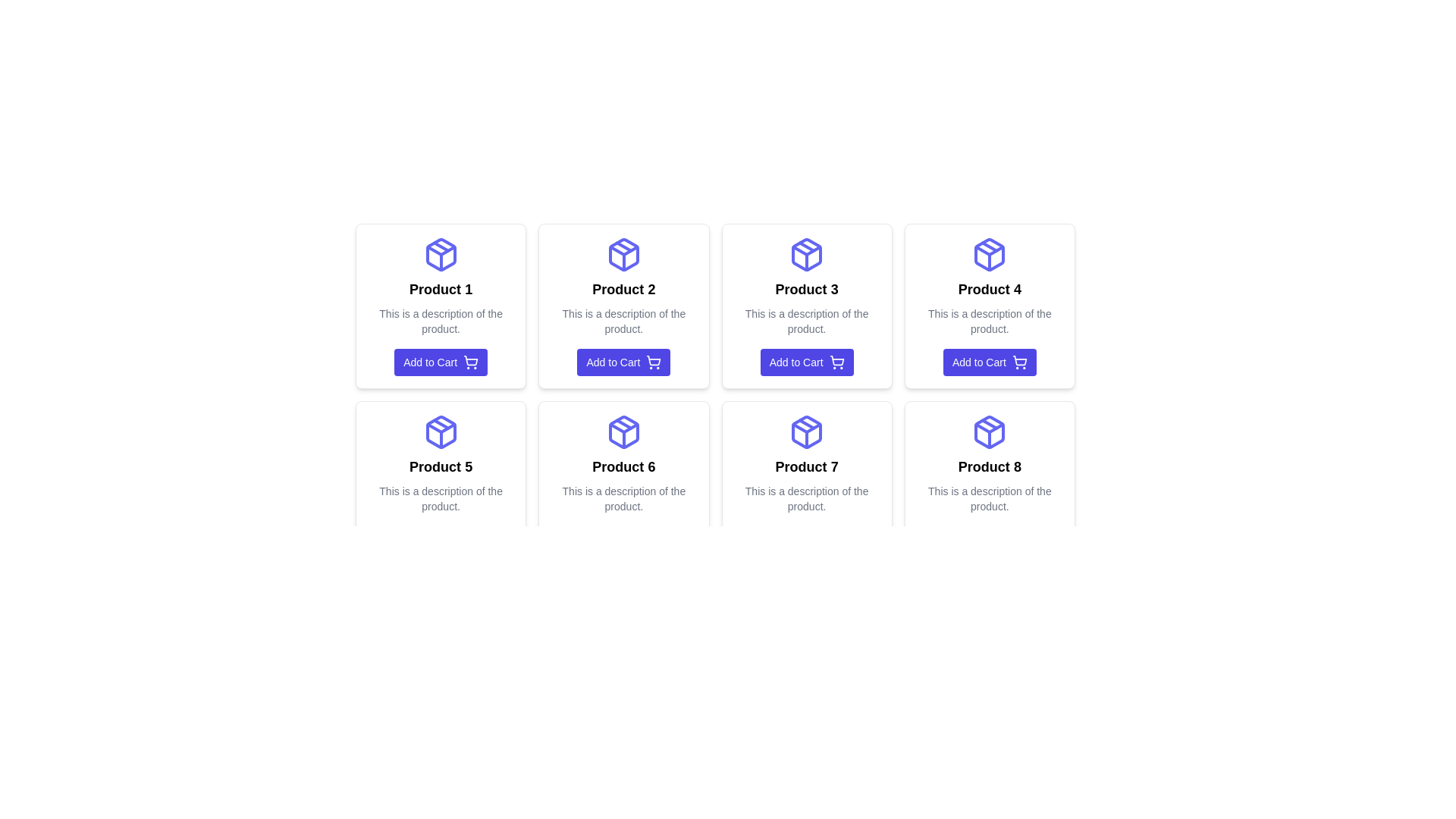  I want to click on the product package icon representing 'Product 7', located, so click(806, 432).